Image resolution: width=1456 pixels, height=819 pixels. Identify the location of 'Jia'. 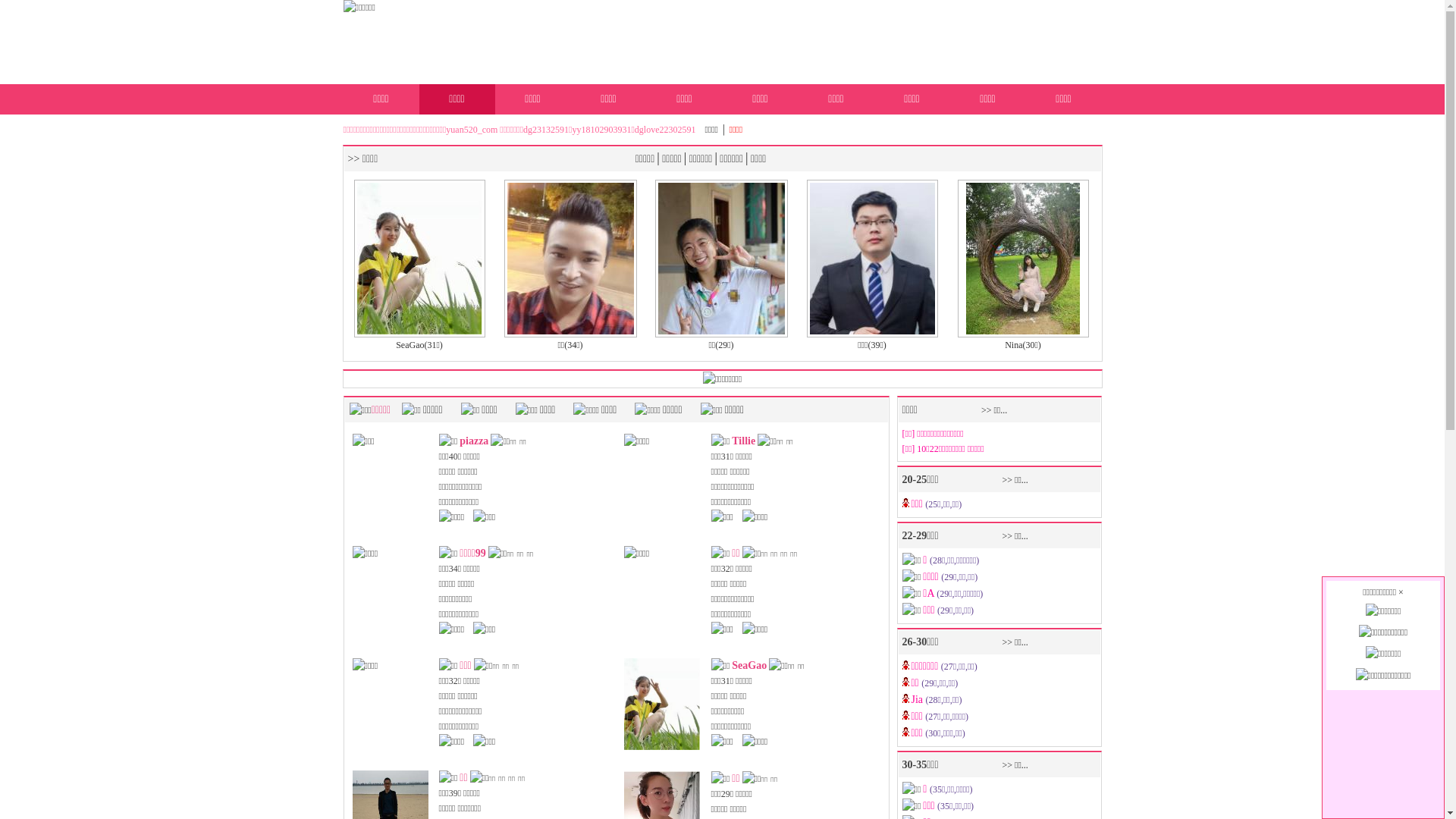
(918, 699).